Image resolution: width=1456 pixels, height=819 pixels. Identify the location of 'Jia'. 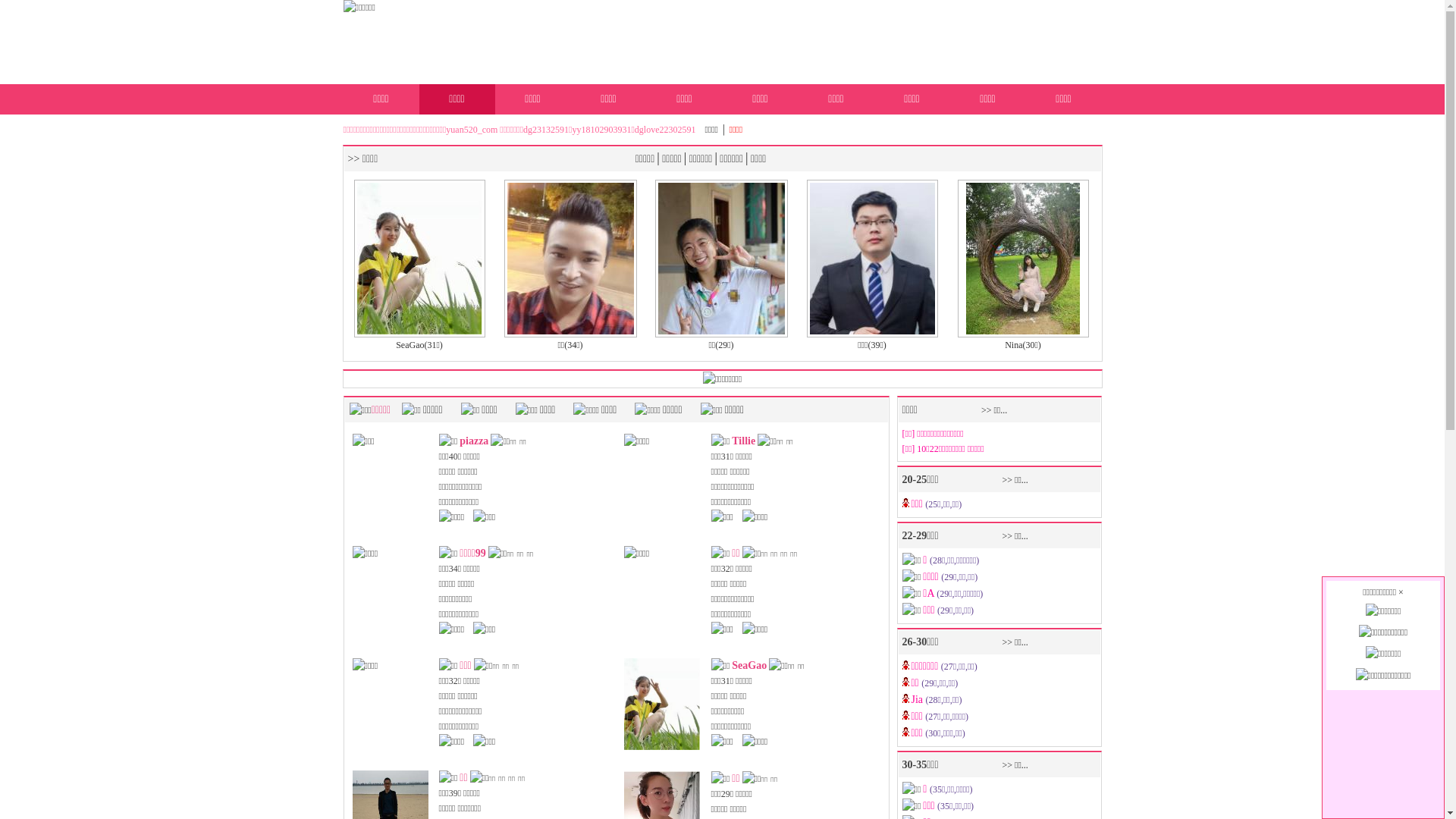
(918, 699).